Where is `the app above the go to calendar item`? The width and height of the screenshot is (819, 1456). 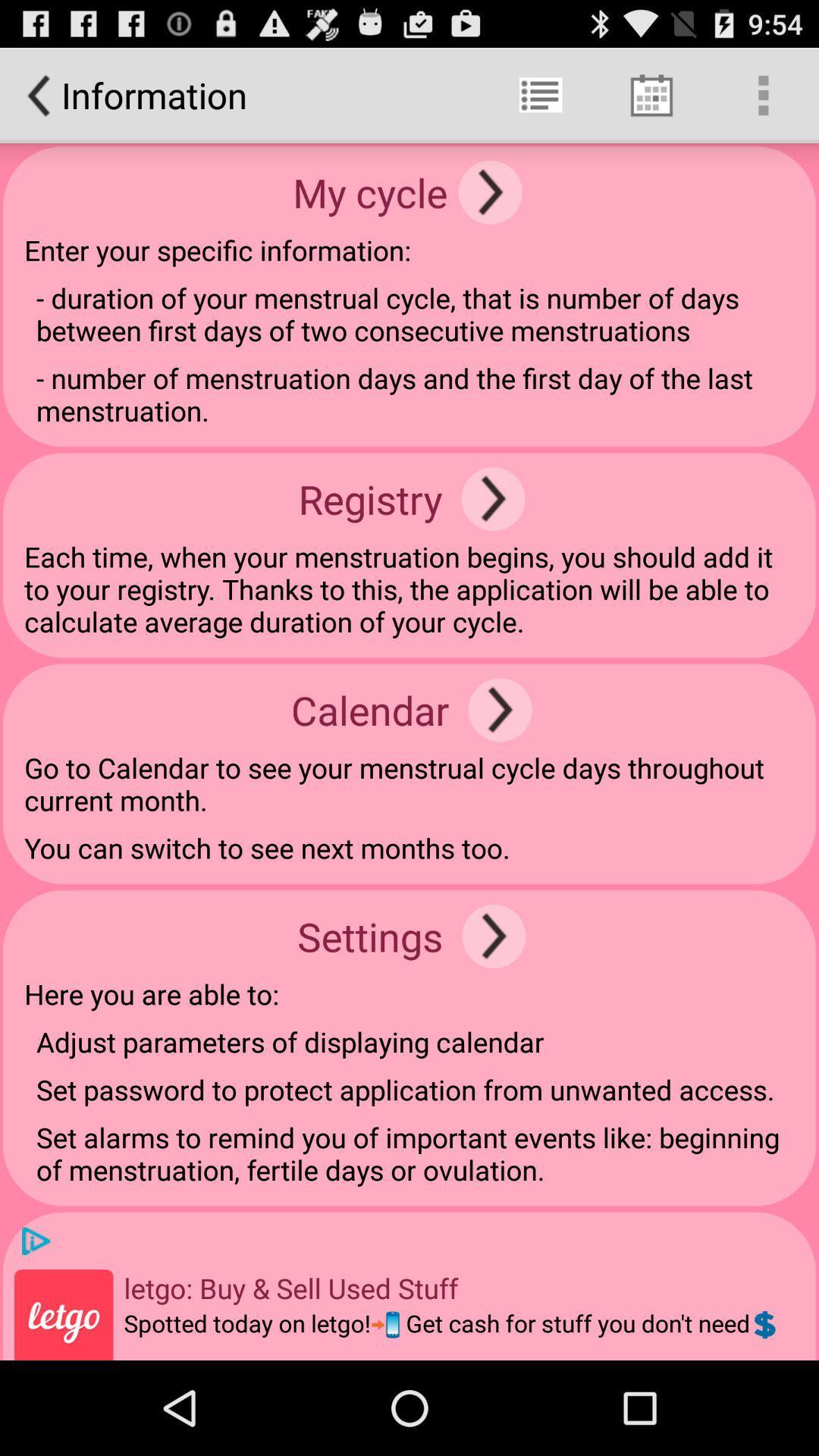 the app above the go to calendar item is located at coordinates (500, 709).